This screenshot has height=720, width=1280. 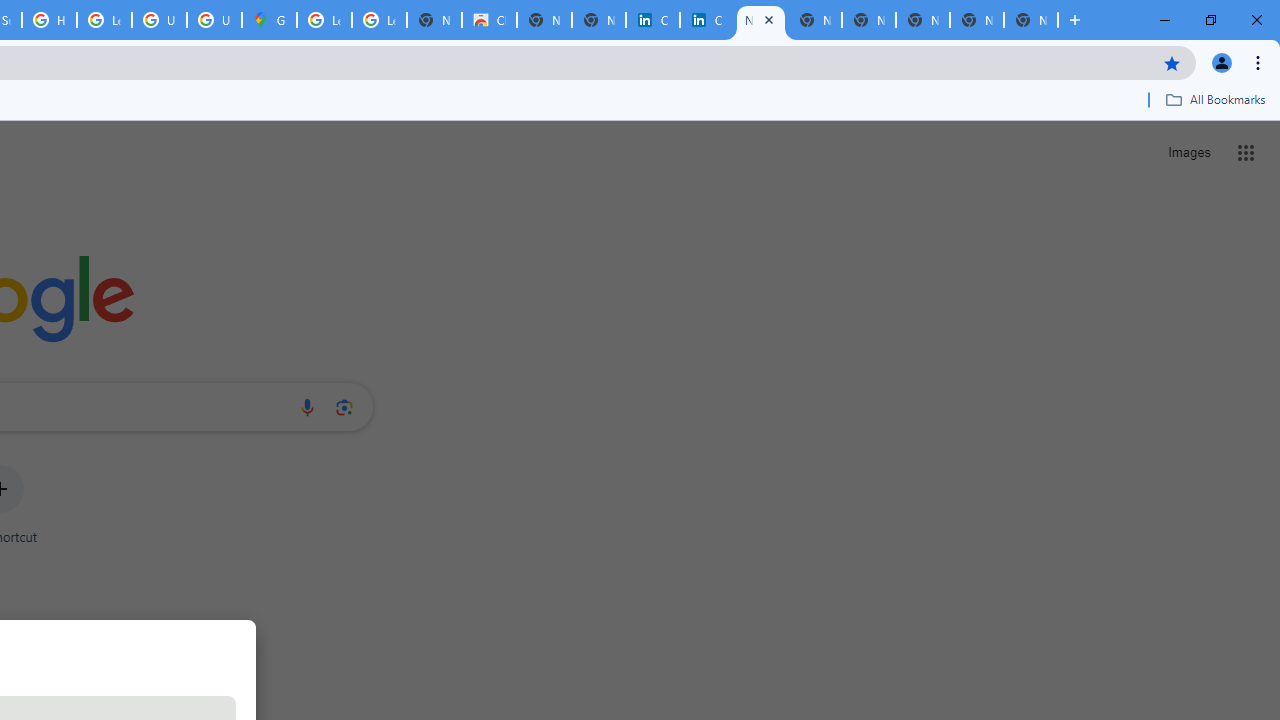 I want to click on 'New Tab', so click(x=1074, y=20).